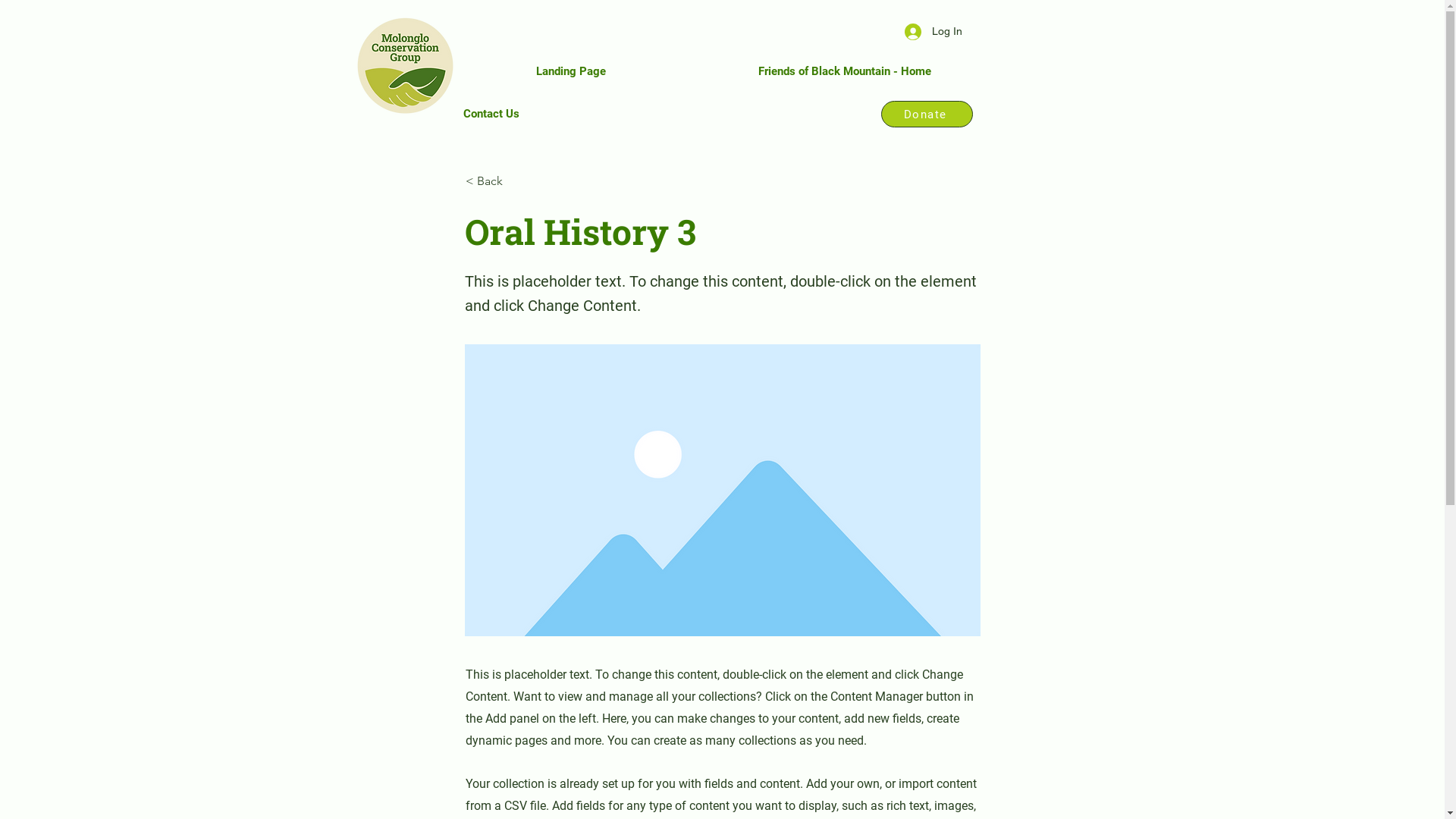 The width and height of the screenshot is (1456, 819). What do you see at coordinates (926, 113) in the screenshot?
I see `'Donate'` at bounding box center [926, 113].